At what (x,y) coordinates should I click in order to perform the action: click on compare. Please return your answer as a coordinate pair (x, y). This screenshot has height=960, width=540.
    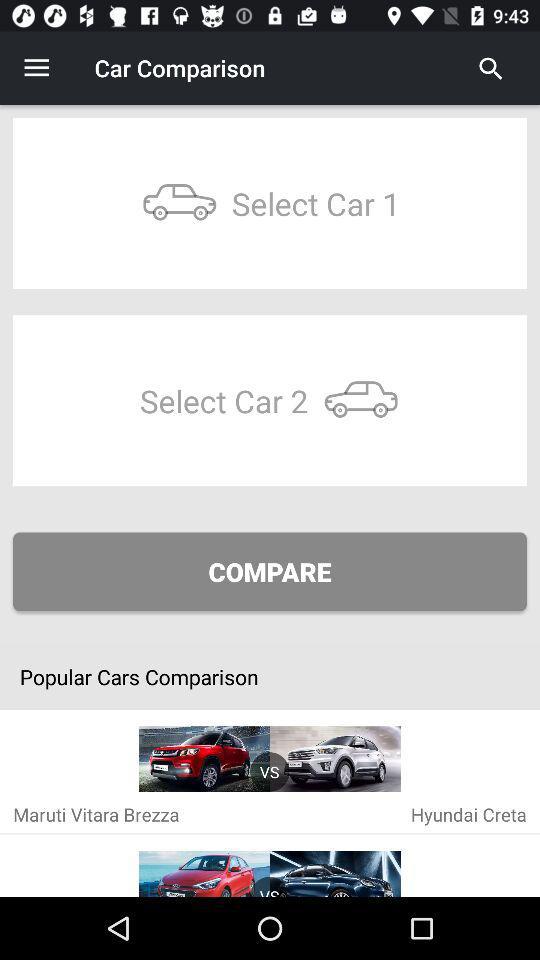
    Looking at the image, I should click on (270, 571).